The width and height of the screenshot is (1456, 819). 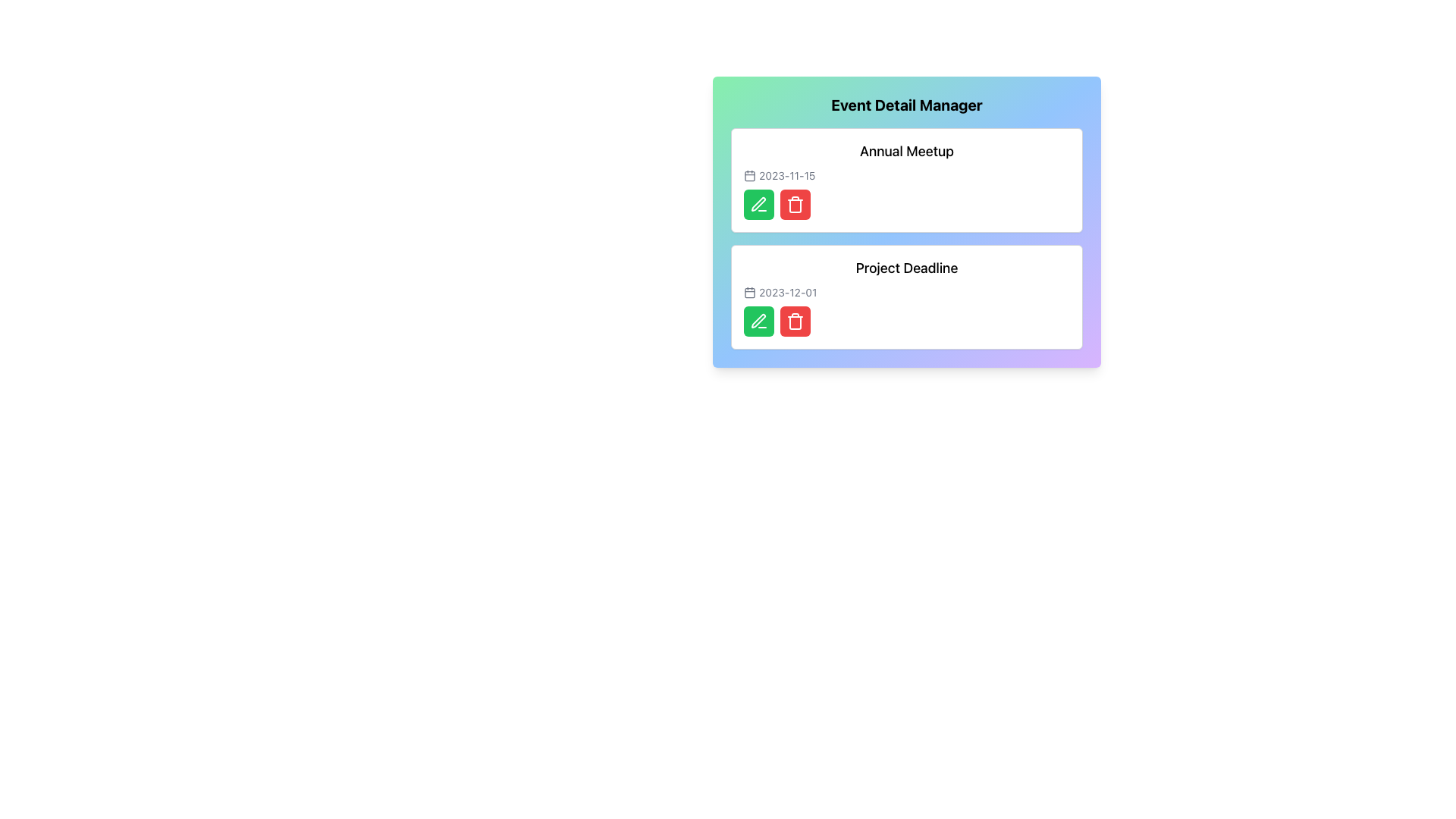 I want to click on the panel with a gradient background that groups event-related data, so click(x=906, y=222).